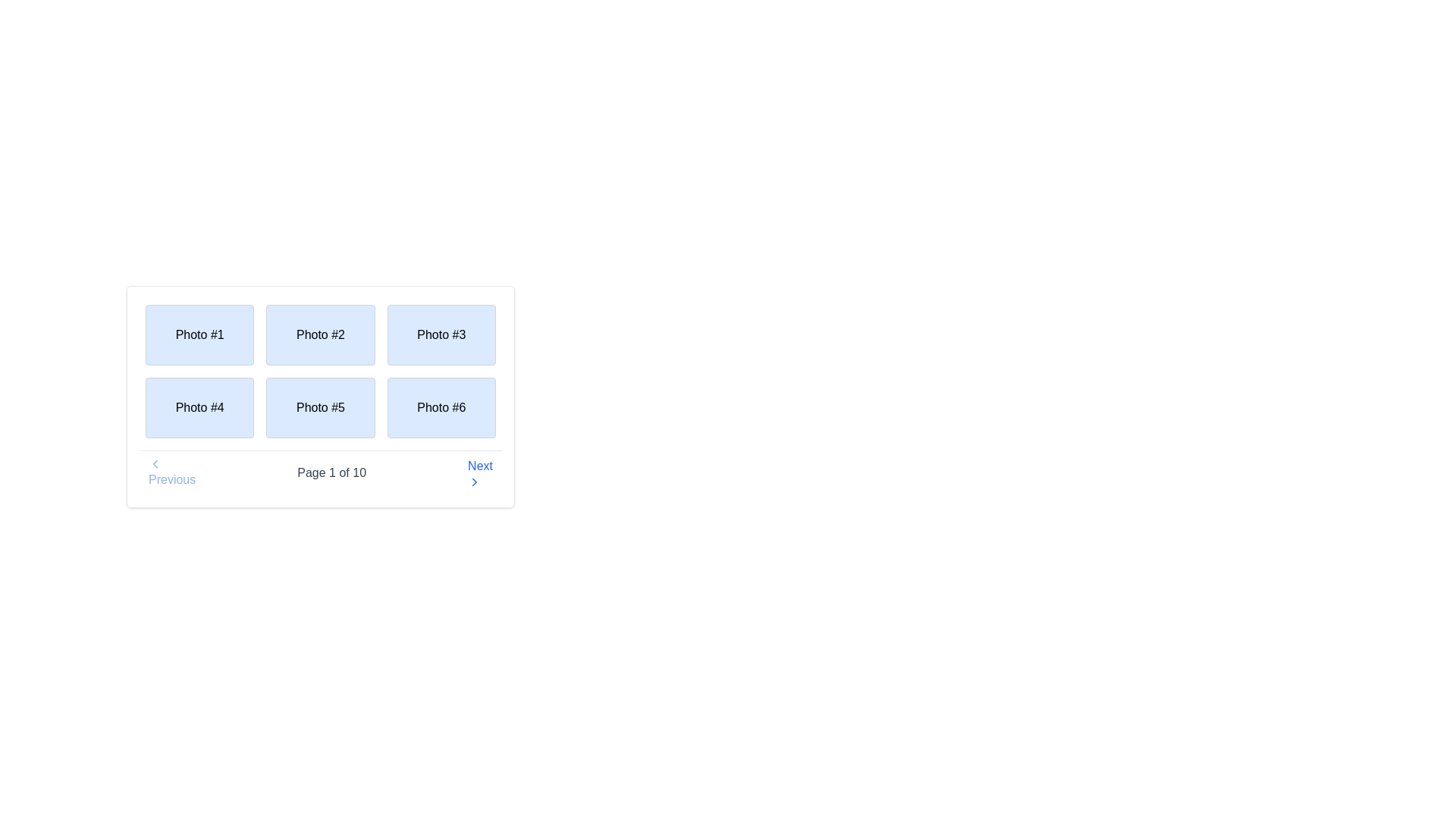 The height and width of the screenshot is (819, 1456). Describe the element at coordinates (331, 472) in the screenshot. I see `the text label displaying 'Page 1 of 10', which is centrally located within the navigation control bar, between the 'Previous' and 'Next' buttons` at that location.